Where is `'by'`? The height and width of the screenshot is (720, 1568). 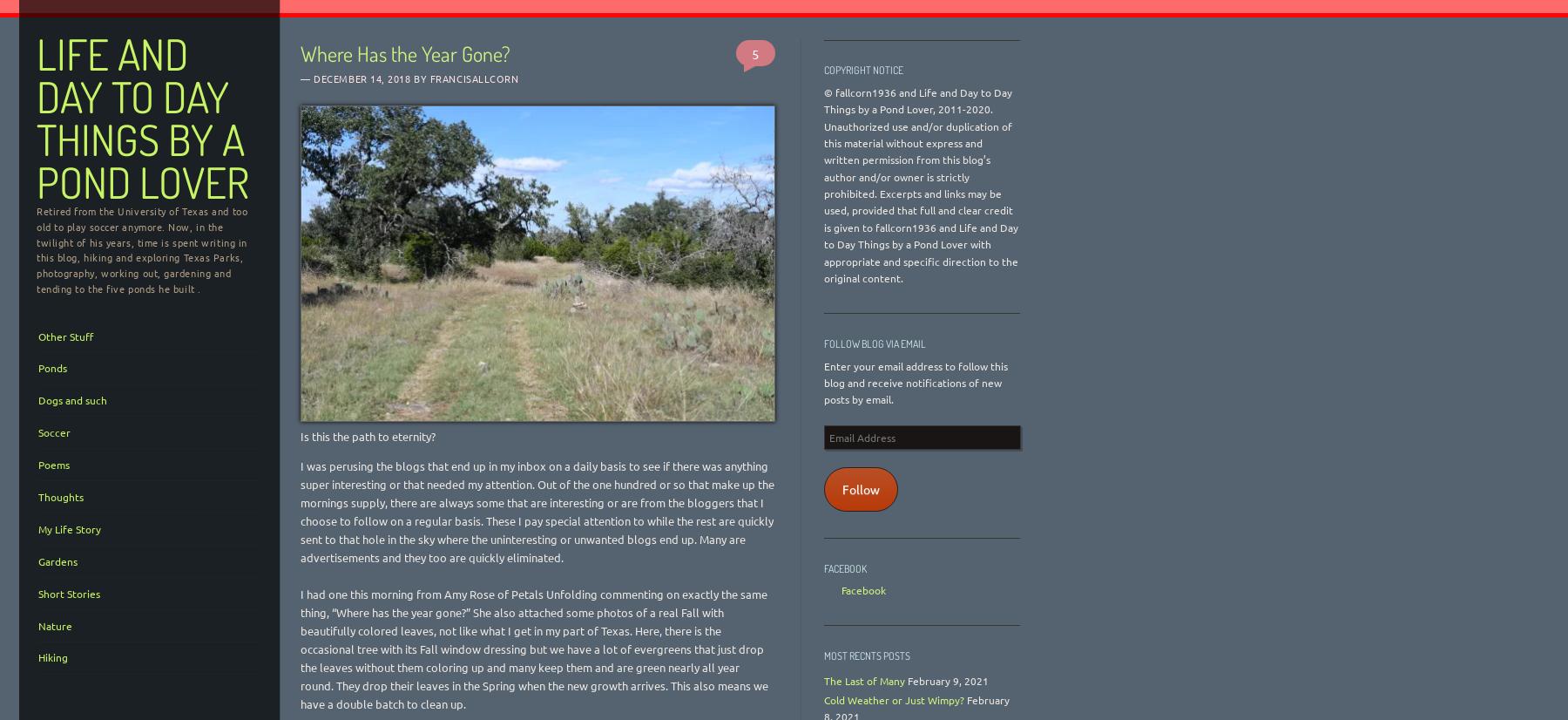
'by' is located at coordinates (409, 78).